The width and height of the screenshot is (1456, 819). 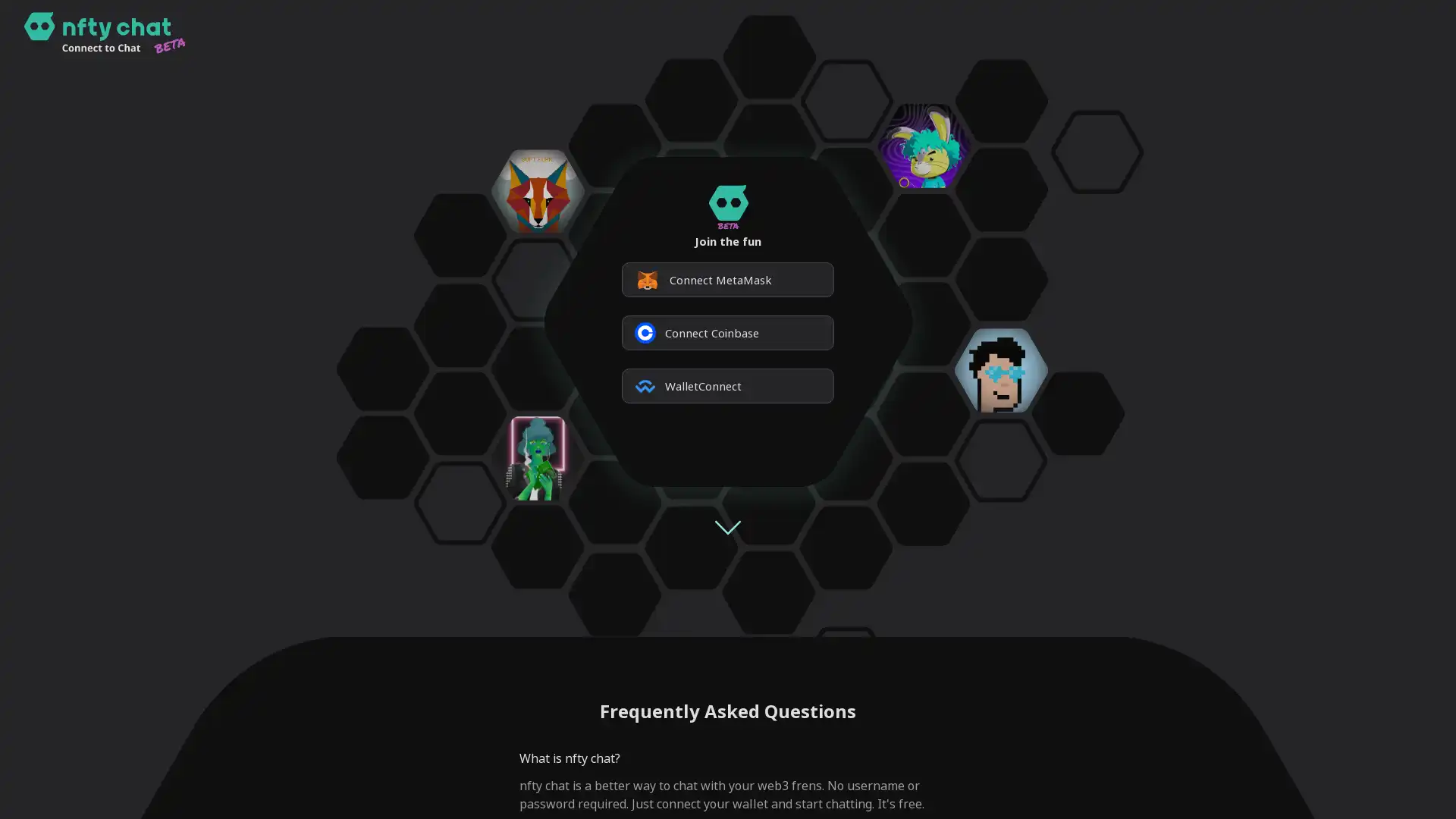 What do you see at coordinates (728, 280) in the screenshot?
I see `Connect MetaMask` at bounding box center [728, 280].